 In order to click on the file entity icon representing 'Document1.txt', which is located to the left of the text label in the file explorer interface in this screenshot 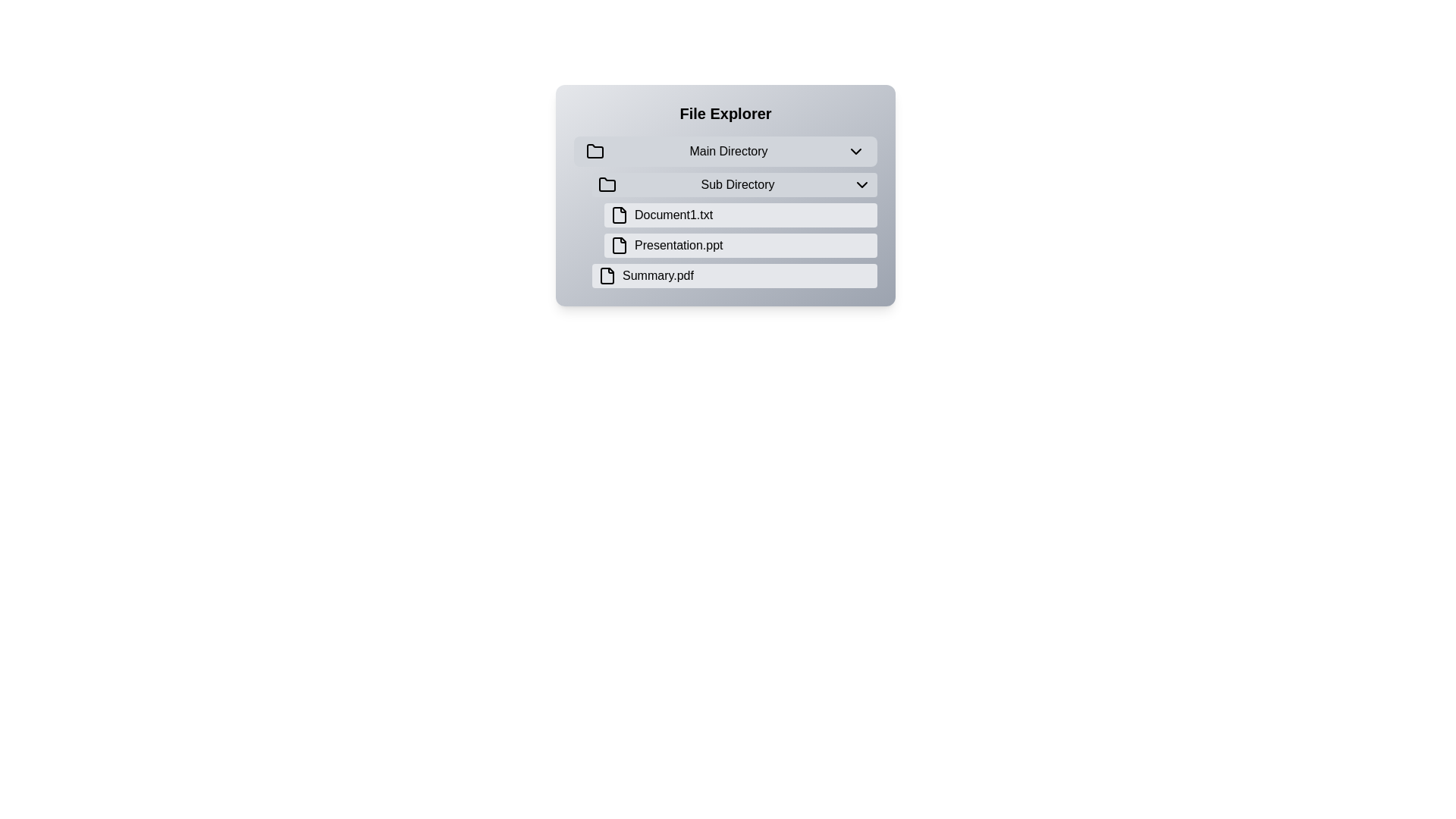, I will do `click(619, 215)`.